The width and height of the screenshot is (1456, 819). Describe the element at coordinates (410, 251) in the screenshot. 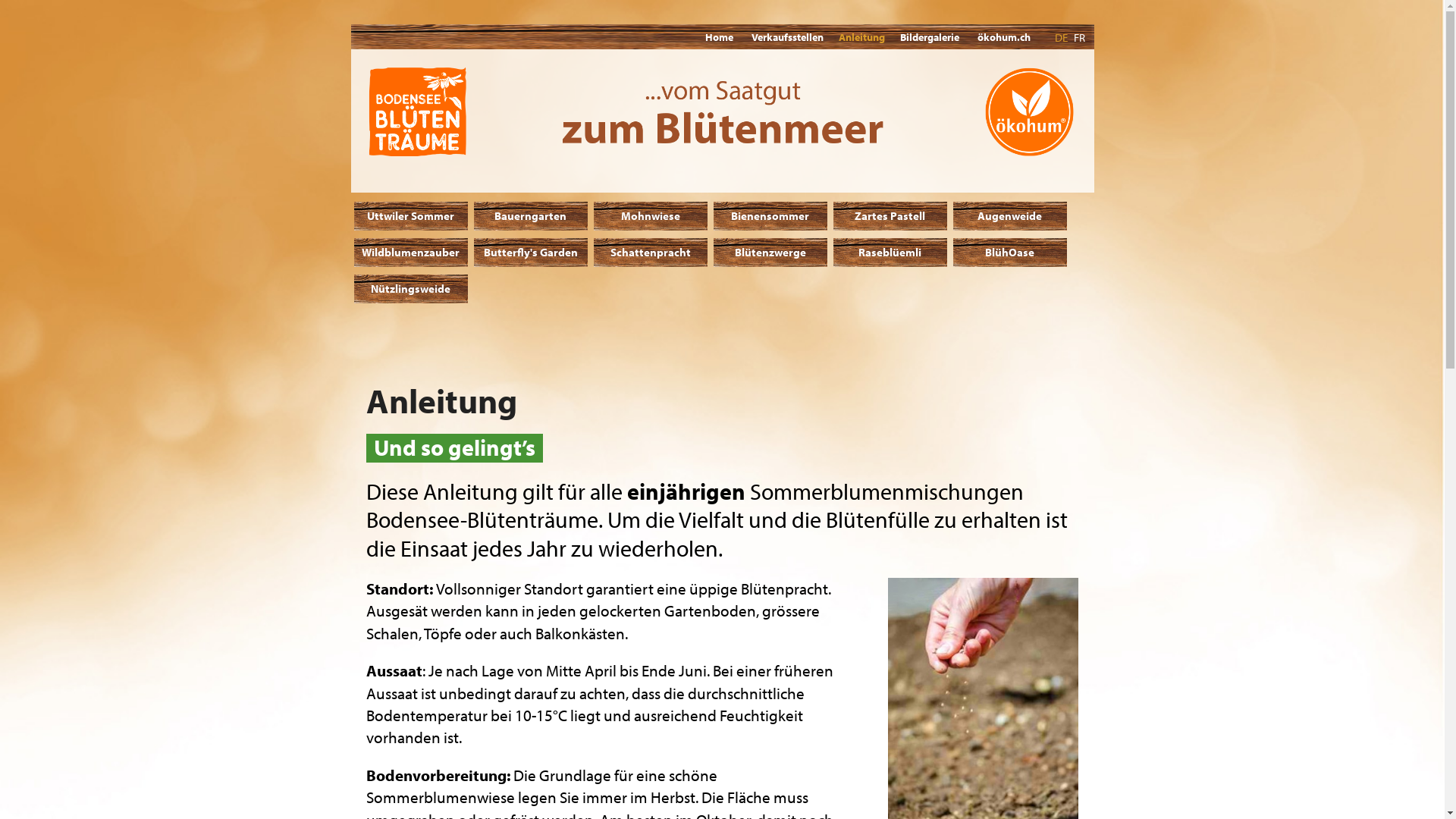

I see `'Wildblumenzauber'` at that location.